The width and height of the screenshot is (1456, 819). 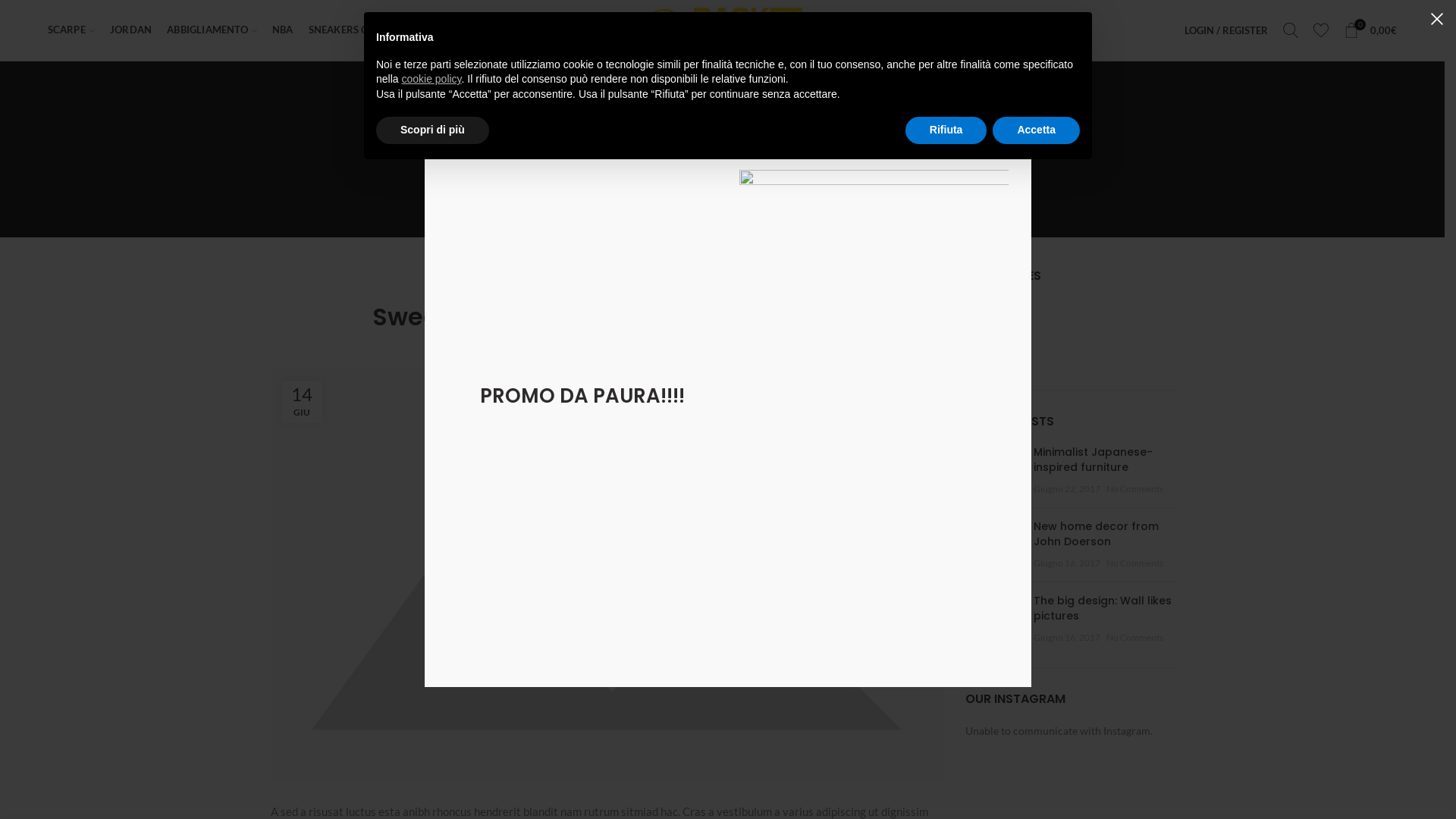 What do you see at coordinates (211, 30) in the screenshot?
I see `'ABBIGLIAMENTO'` at bounding box center [211, 30].